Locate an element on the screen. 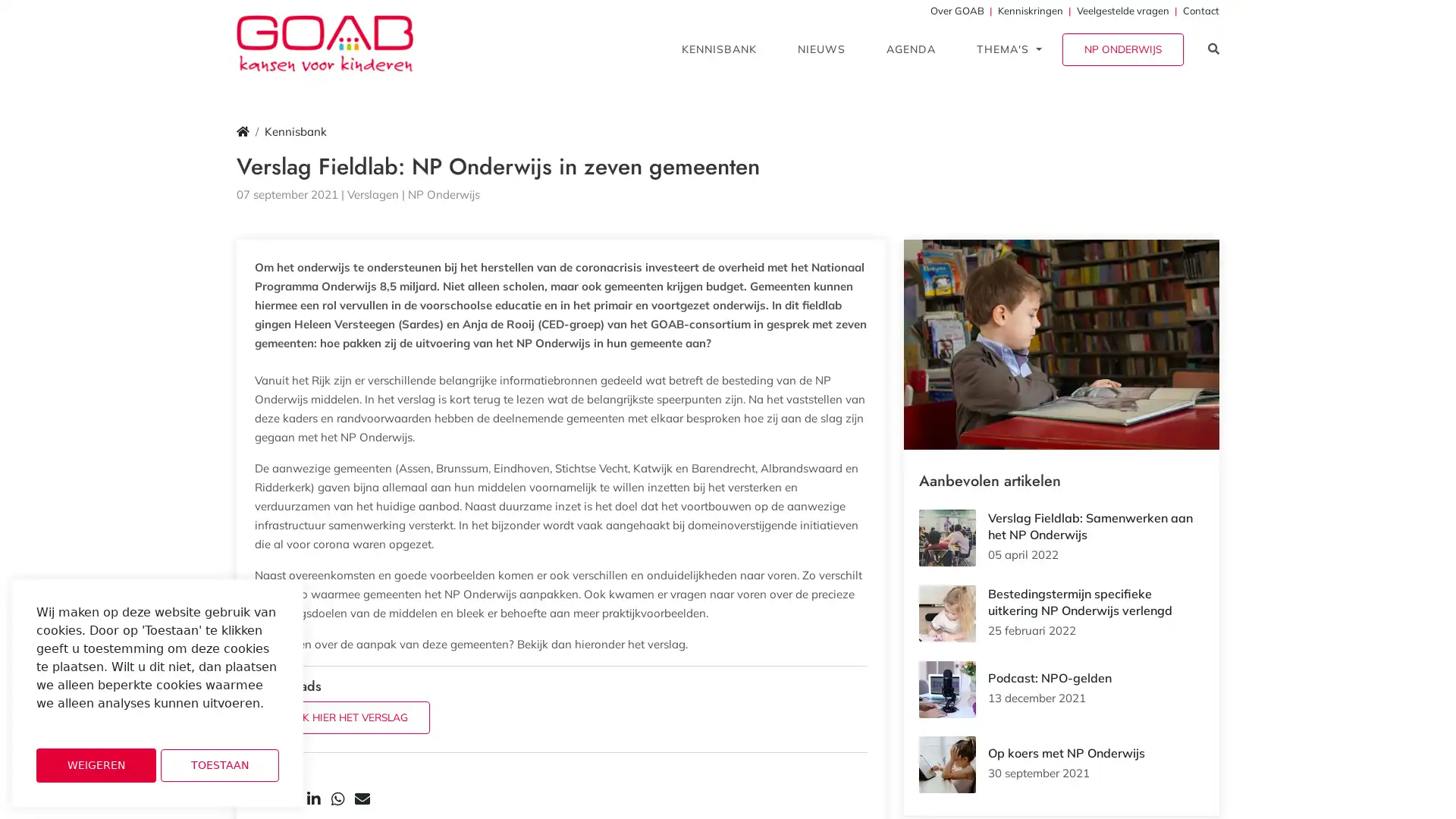 The width and height of the screenshot is (1456, 819). dismiss cookie message is located at coordinates (95, 765).